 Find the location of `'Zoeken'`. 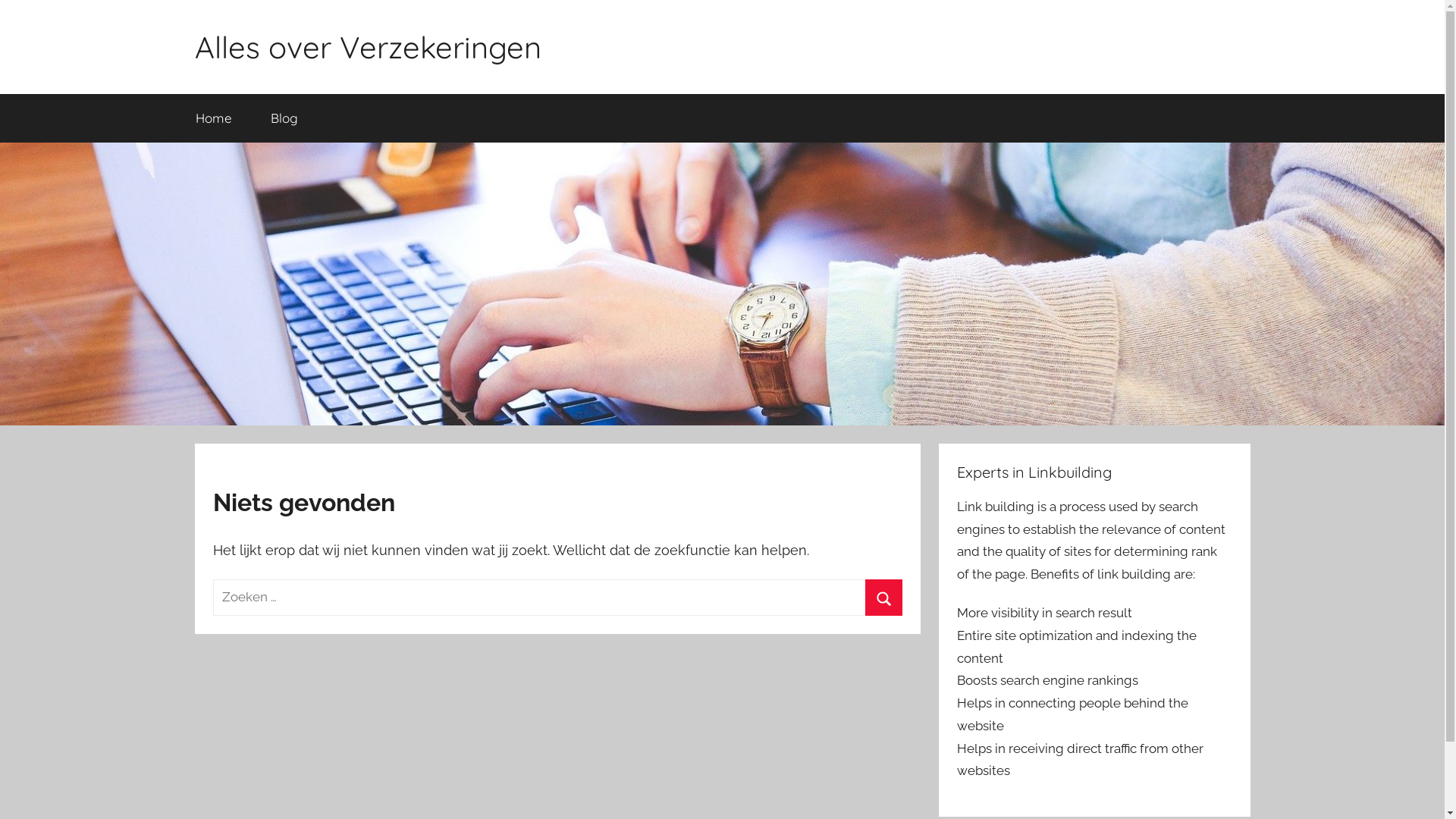

'Zoeken' is located at coordinates (865, 597).